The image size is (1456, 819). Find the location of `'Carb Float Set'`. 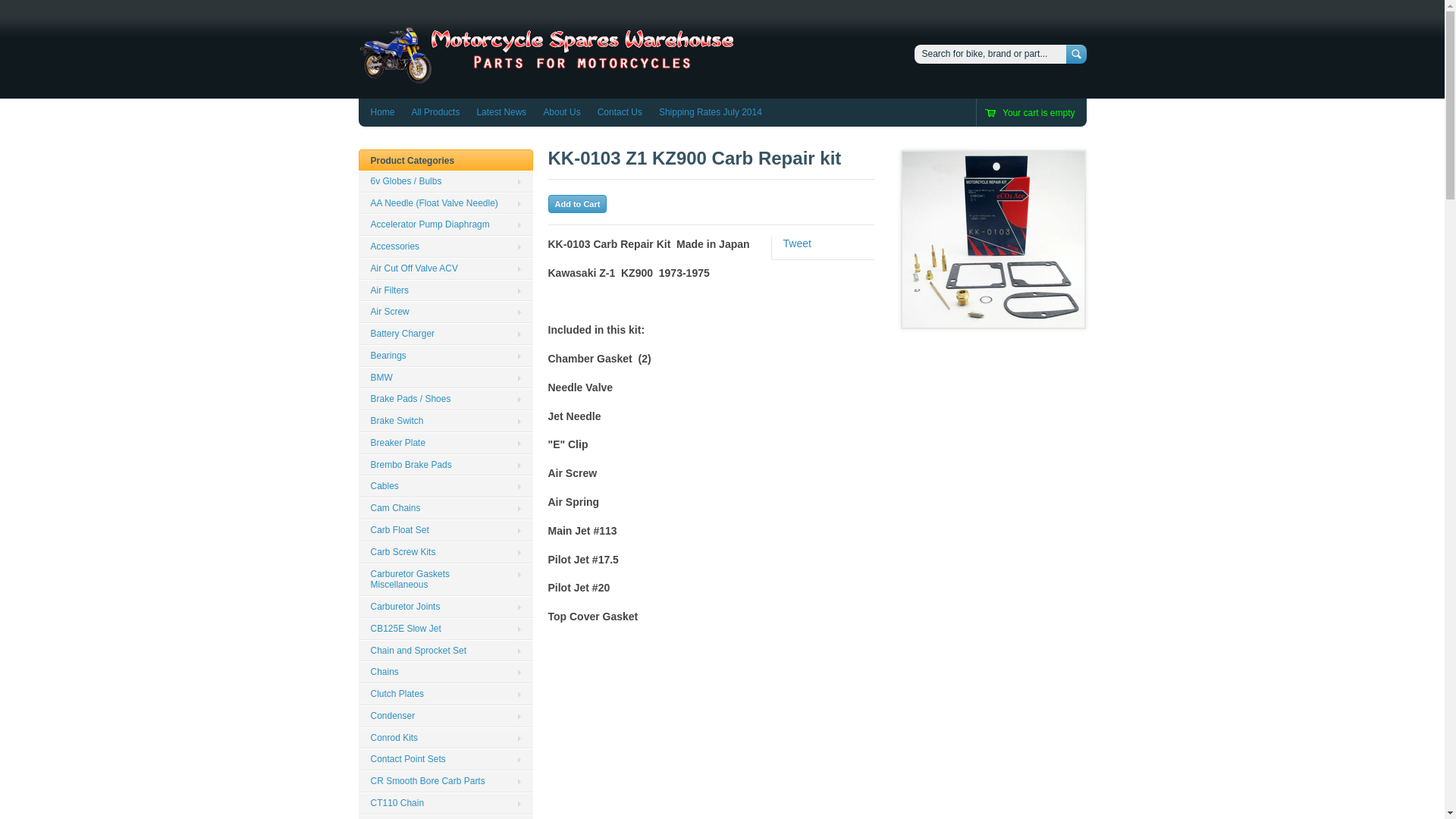

'Carb Float Set' is located at coordinates (444, 529).